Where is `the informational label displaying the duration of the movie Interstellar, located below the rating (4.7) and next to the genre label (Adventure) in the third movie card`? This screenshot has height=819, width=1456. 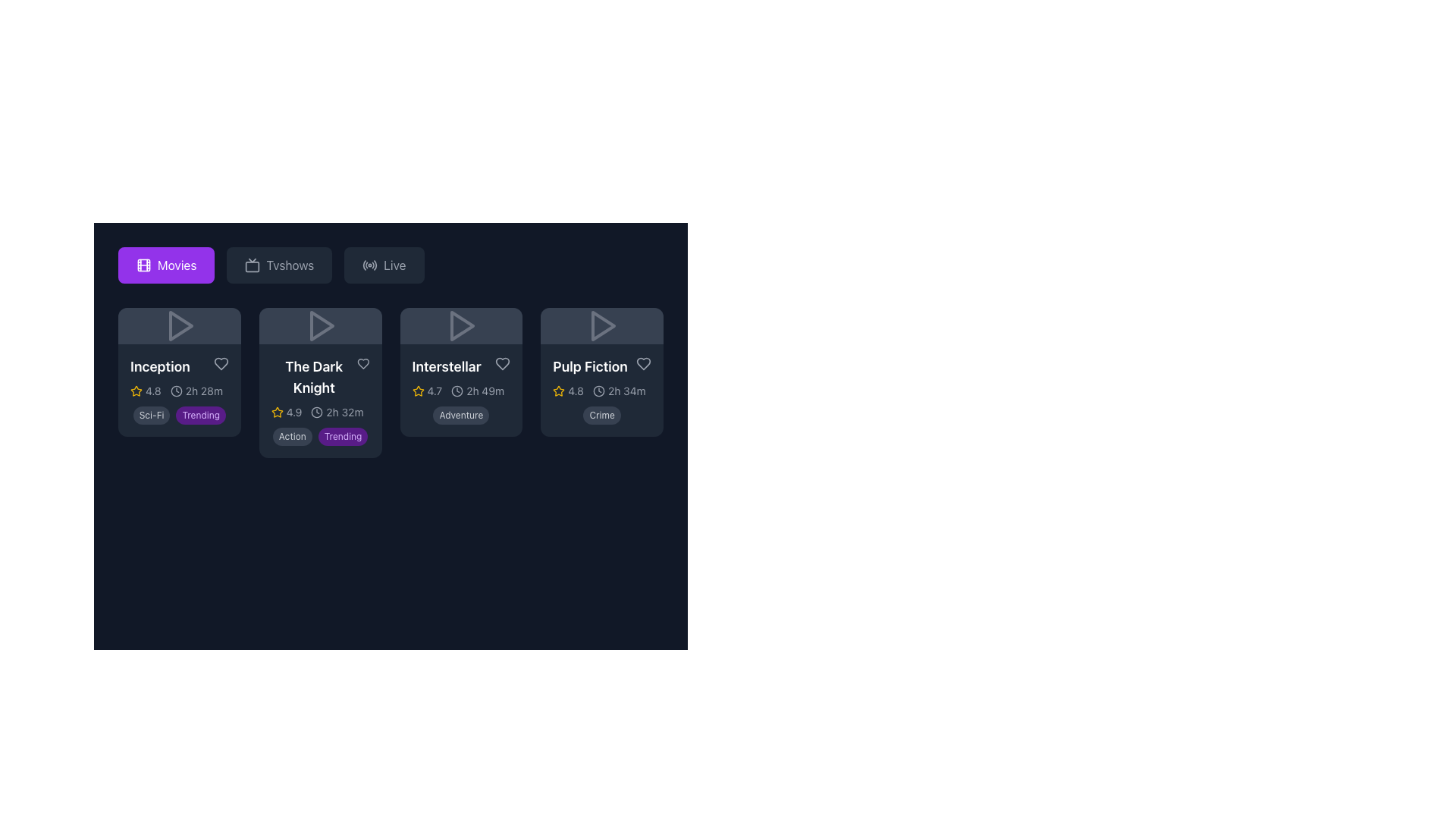 the informational label displaying the duration of the movie Interstellar, located below the rating (4.7) and next to the genre label (Adventure) in the third movie card is located at coordinates (477, 391).